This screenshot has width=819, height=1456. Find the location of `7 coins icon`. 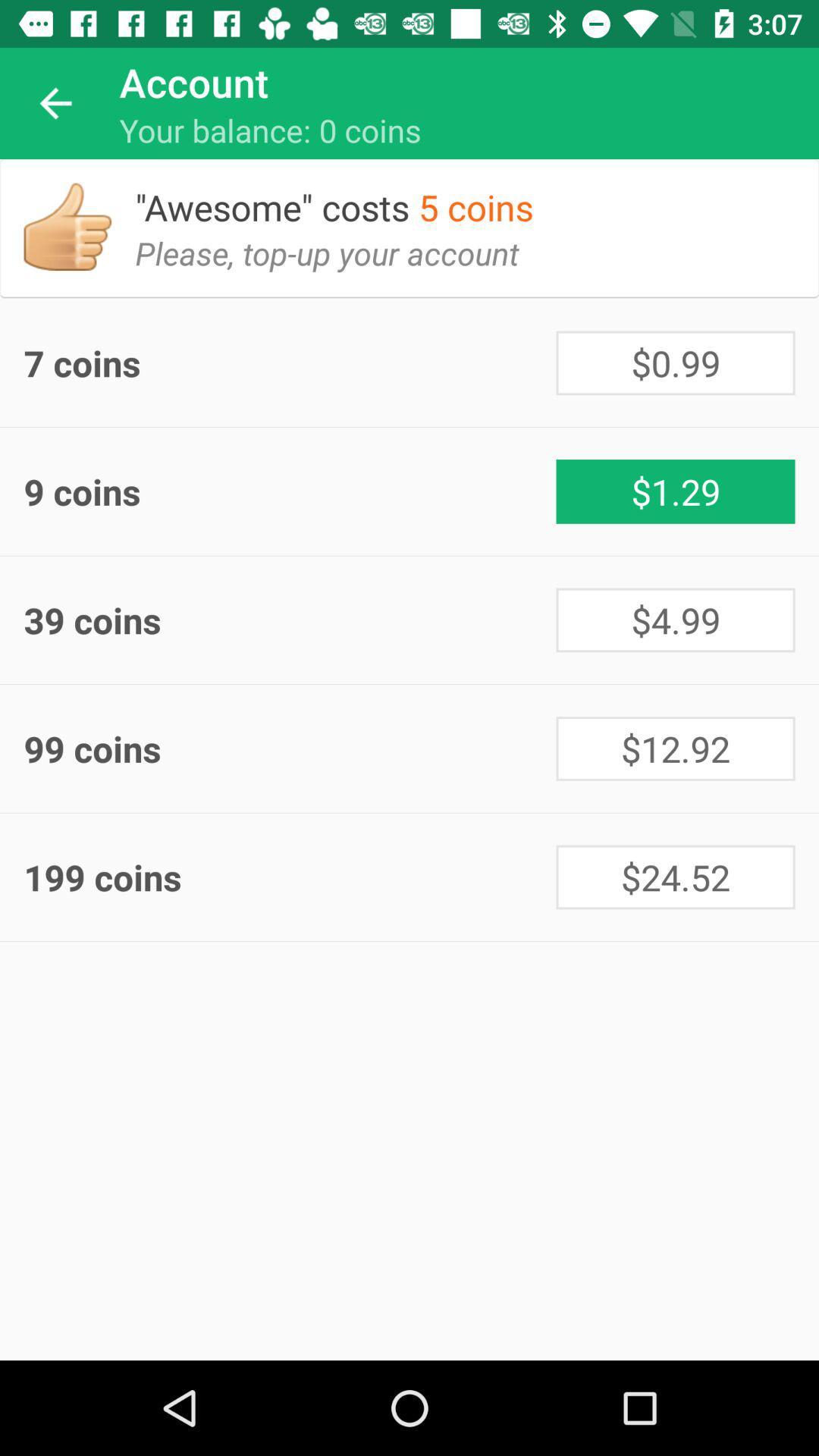

7 coins icon is located at coordinates (290, 362).